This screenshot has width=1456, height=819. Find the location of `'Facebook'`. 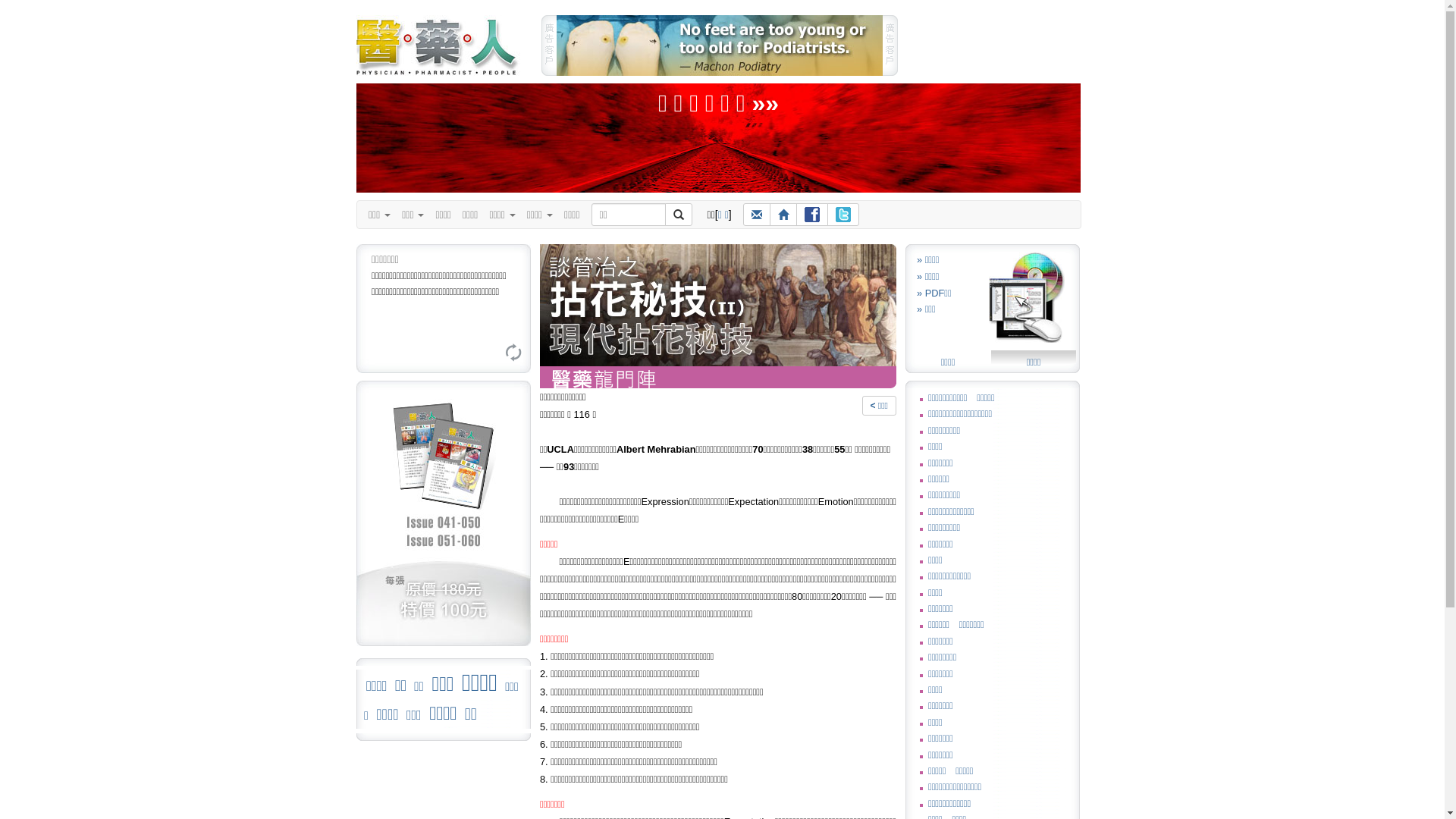

'Facebook' is located at coordinates (811, 214).